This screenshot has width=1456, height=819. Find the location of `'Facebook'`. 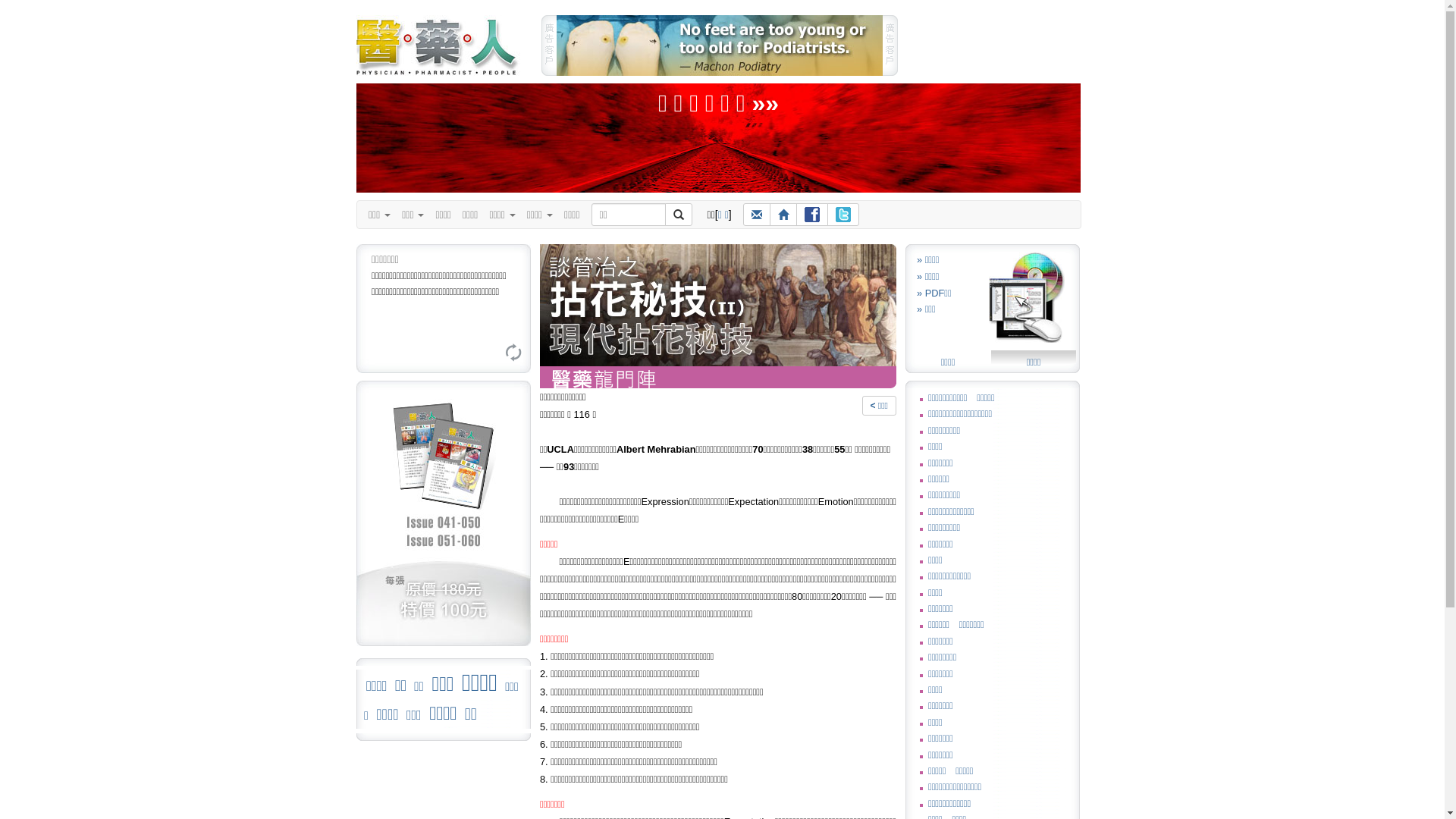

'Facebook' is located at coordinates (811, 214).